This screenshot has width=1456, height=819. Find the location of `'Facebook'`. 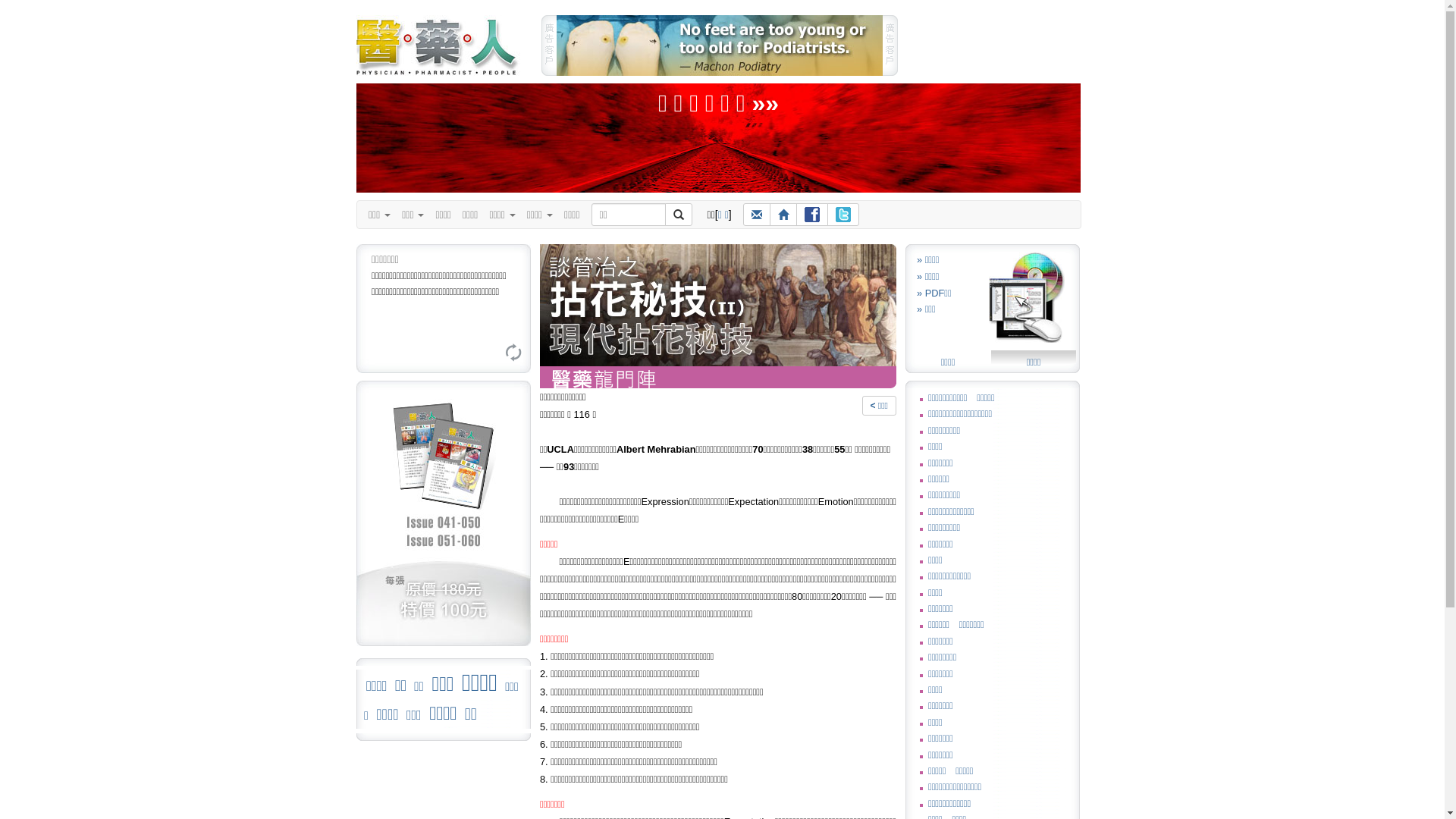

'Facebook' is located at coordinates (811, 214).